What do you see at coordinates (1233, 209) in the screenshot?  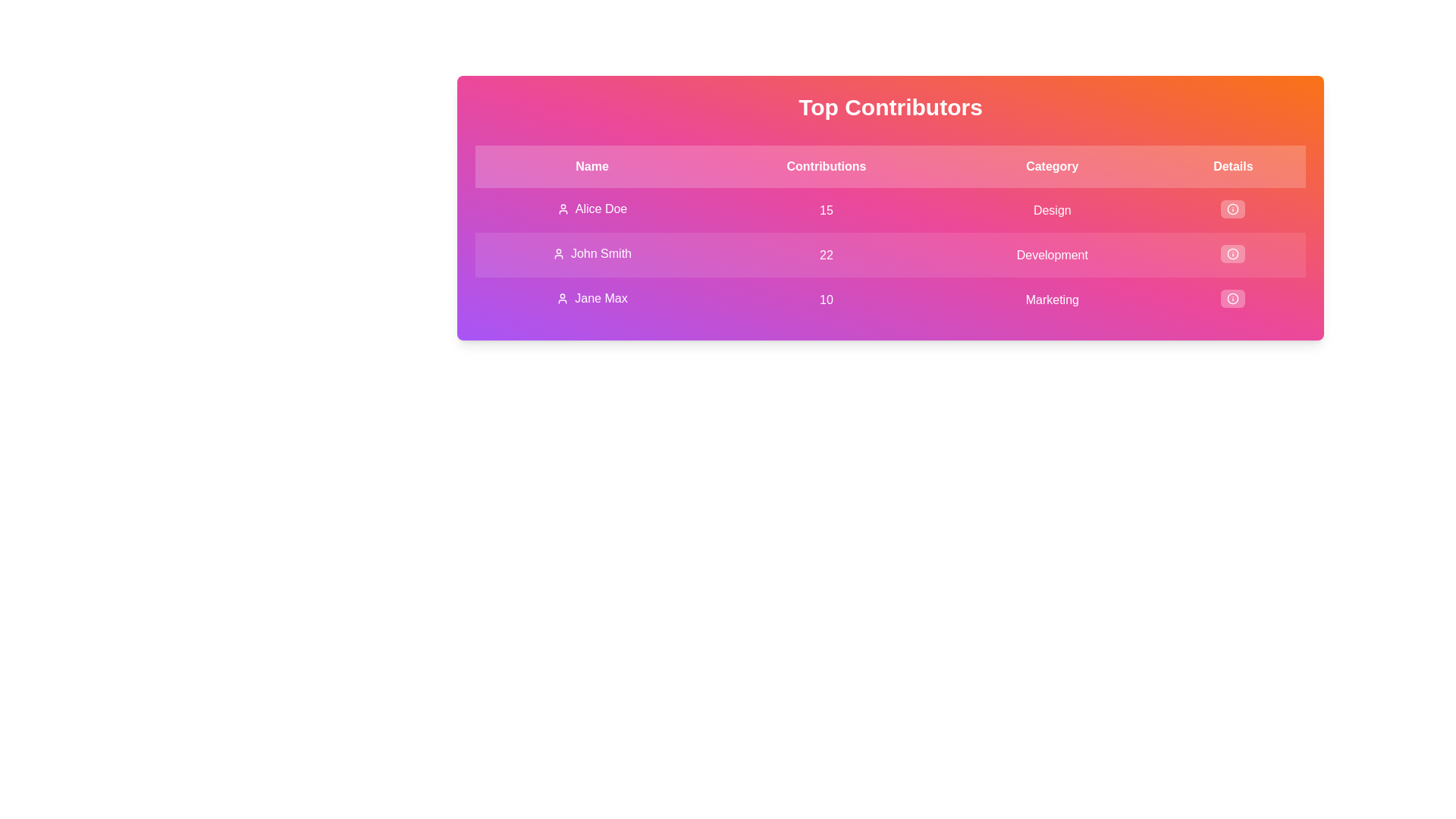 I see `the button located in the third column of the first data row under the 'Details' header, beside 'Design' and '15' columns` at bounding box center [1233, 209].